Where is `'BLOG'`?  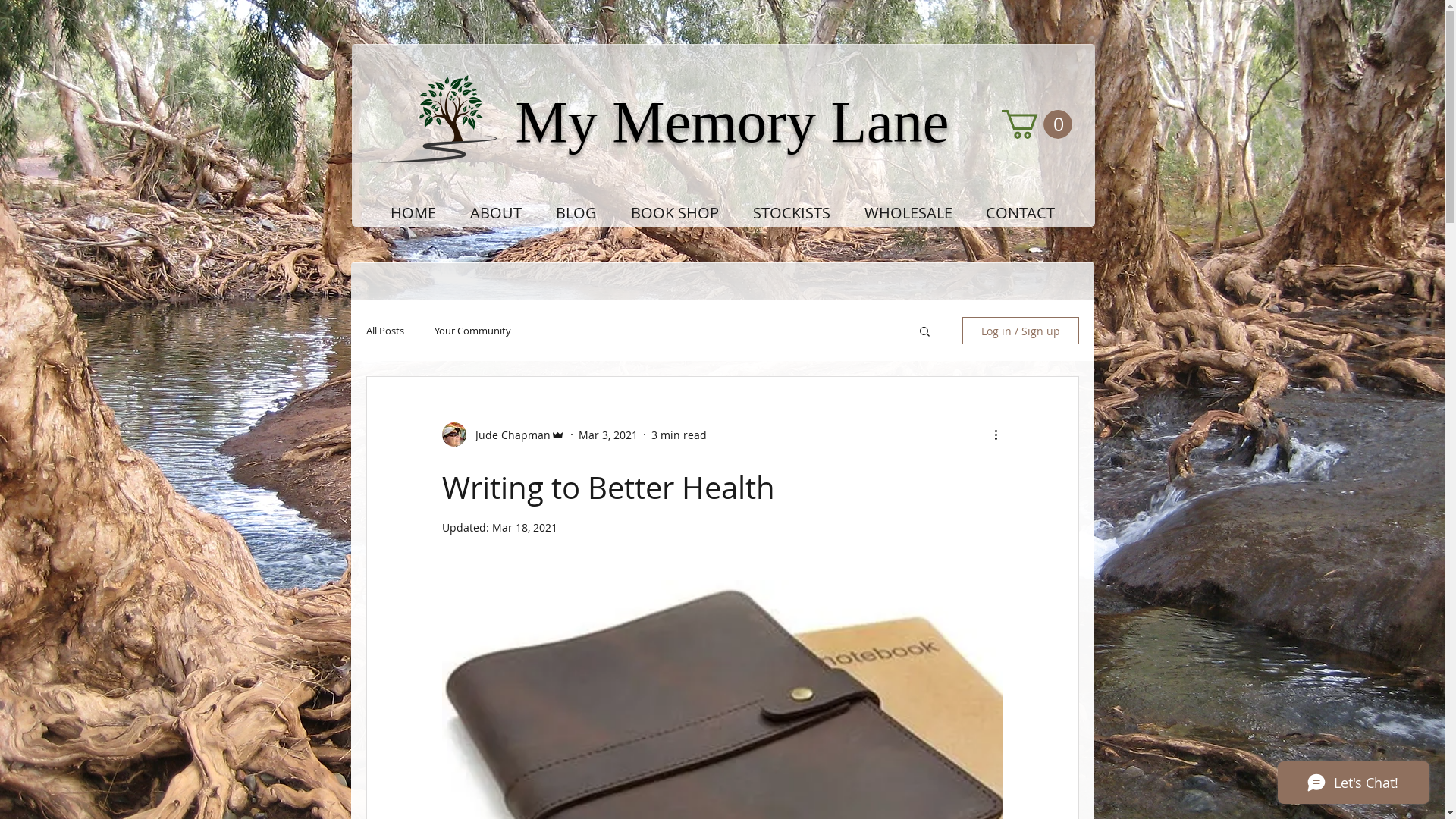
'BLOG' is located at coordinates (575, 213).